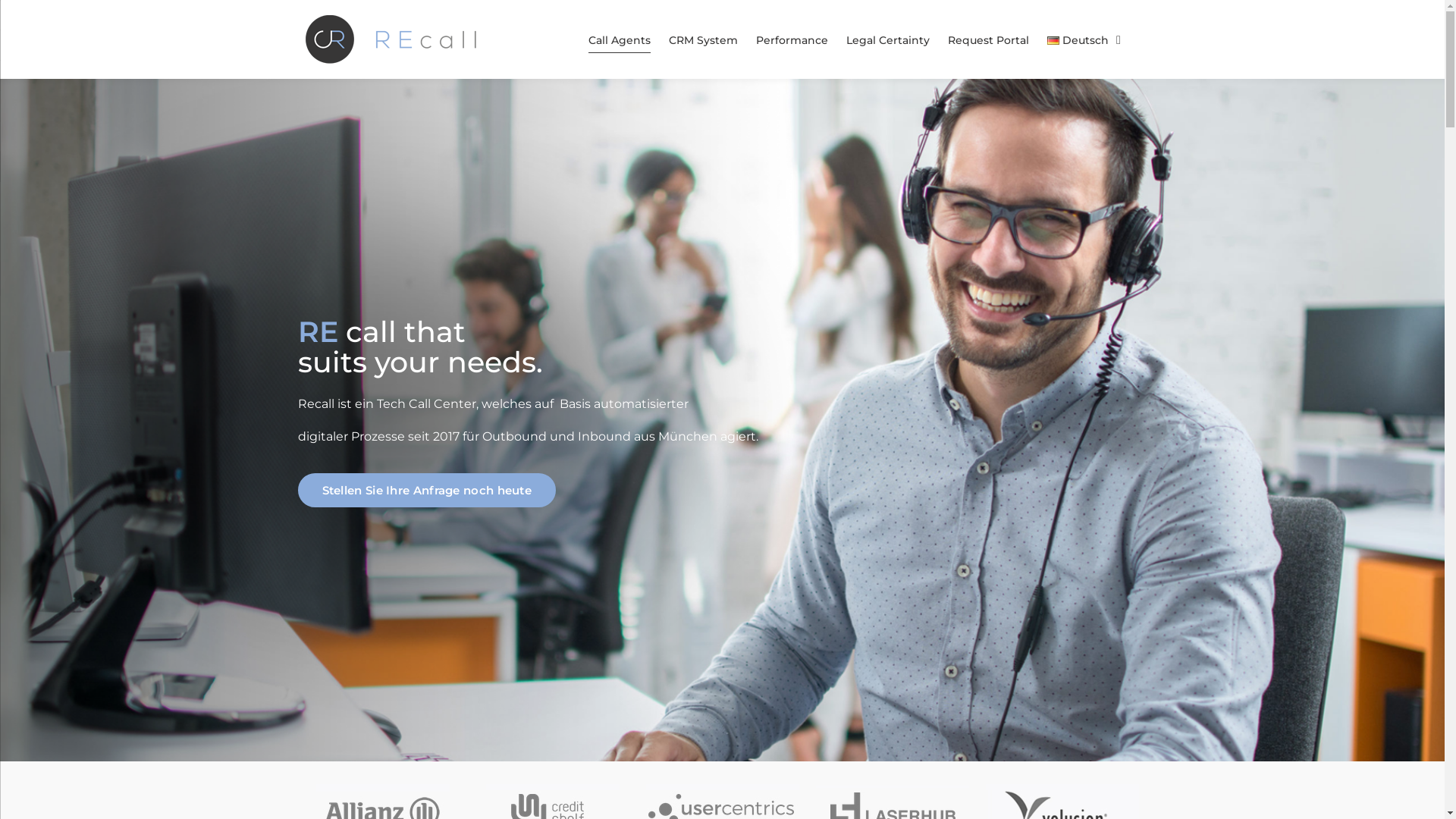  Describe the element at coordinates (1083, 39) in the screenshot. I see `'Deutsch'` at that location.